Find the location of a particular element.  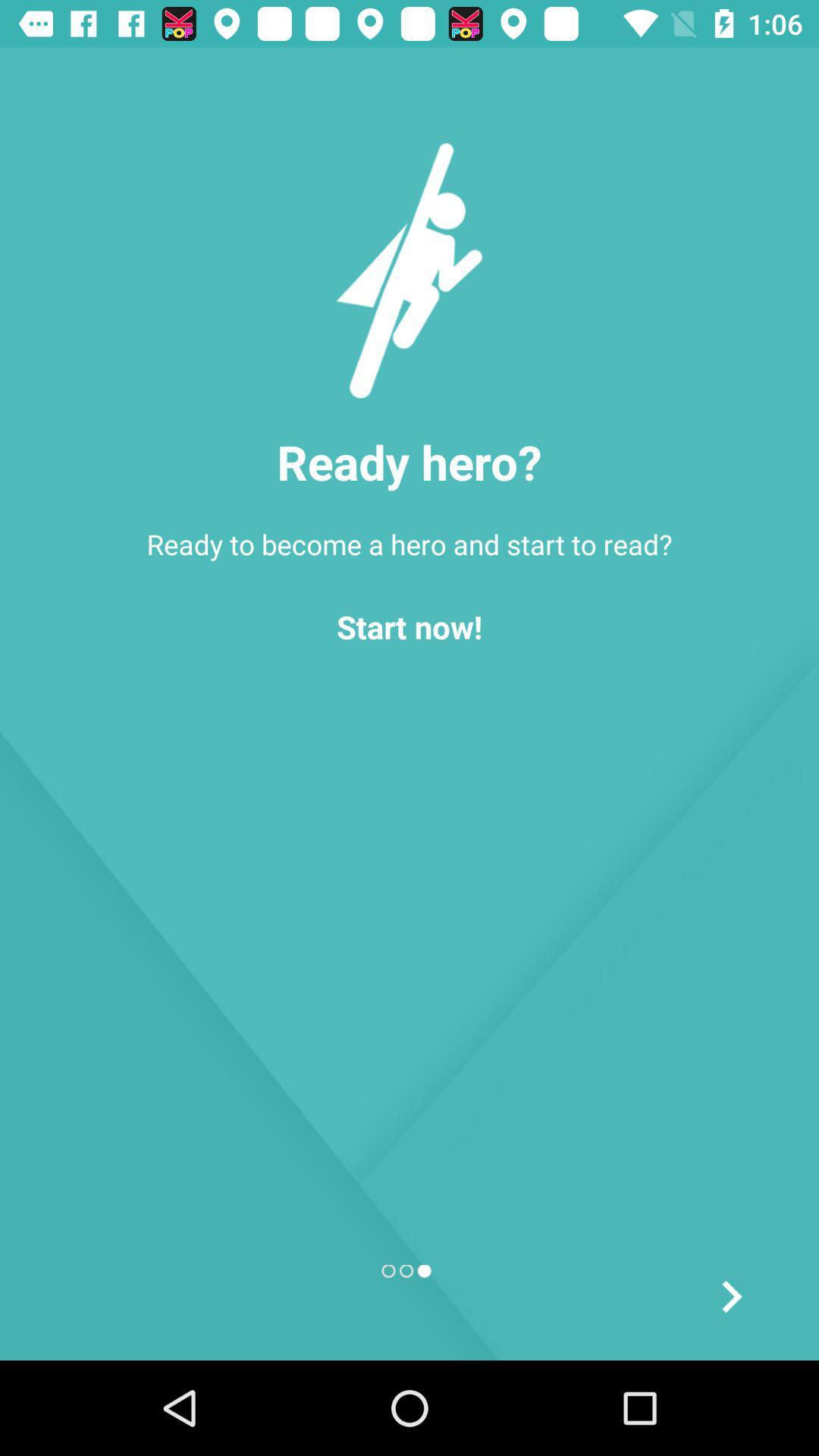

forward button is located at coordinates (730, 1295).